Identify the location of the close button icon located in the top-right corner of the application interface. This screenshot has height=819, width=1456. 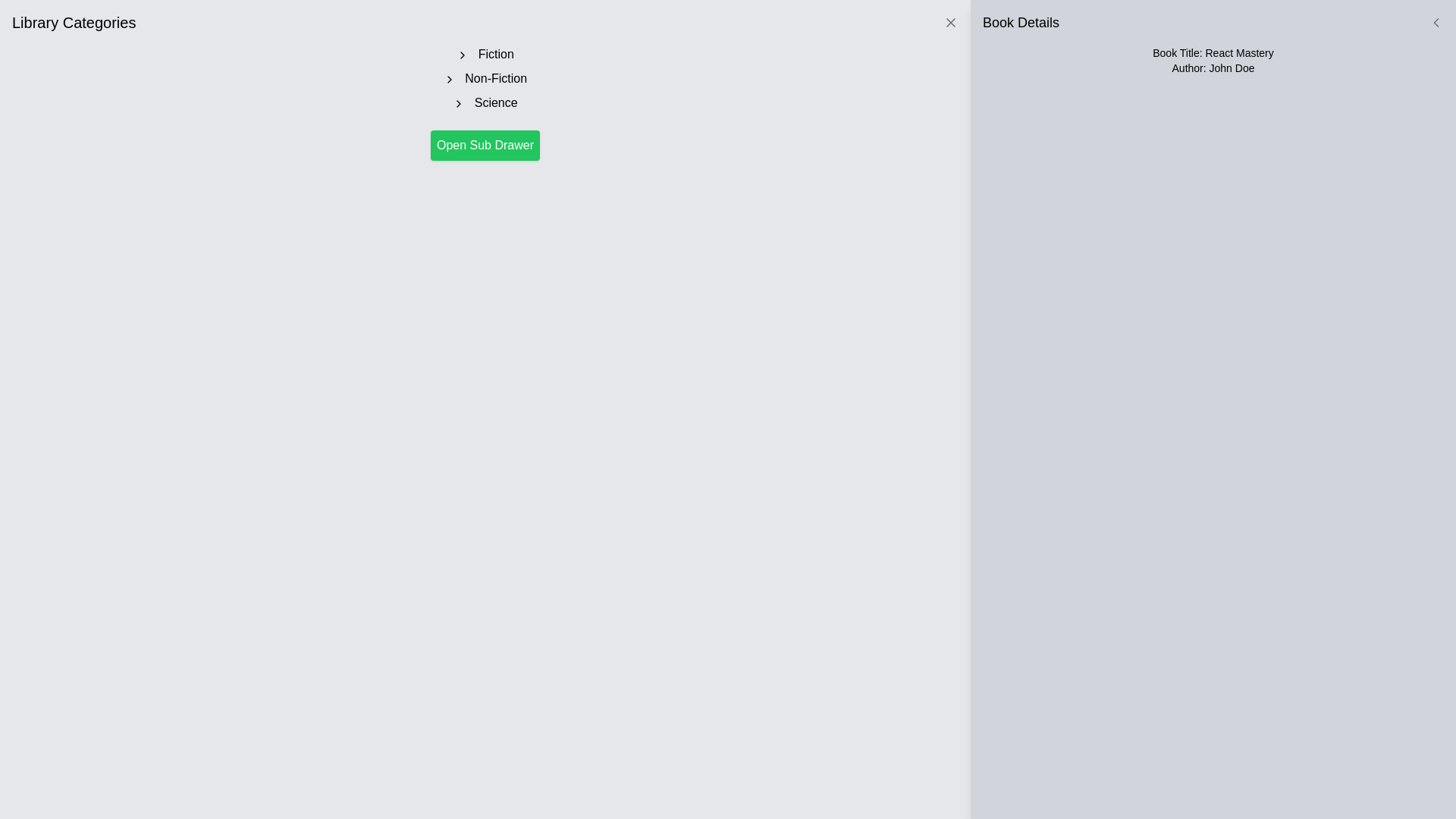
(949, 23).